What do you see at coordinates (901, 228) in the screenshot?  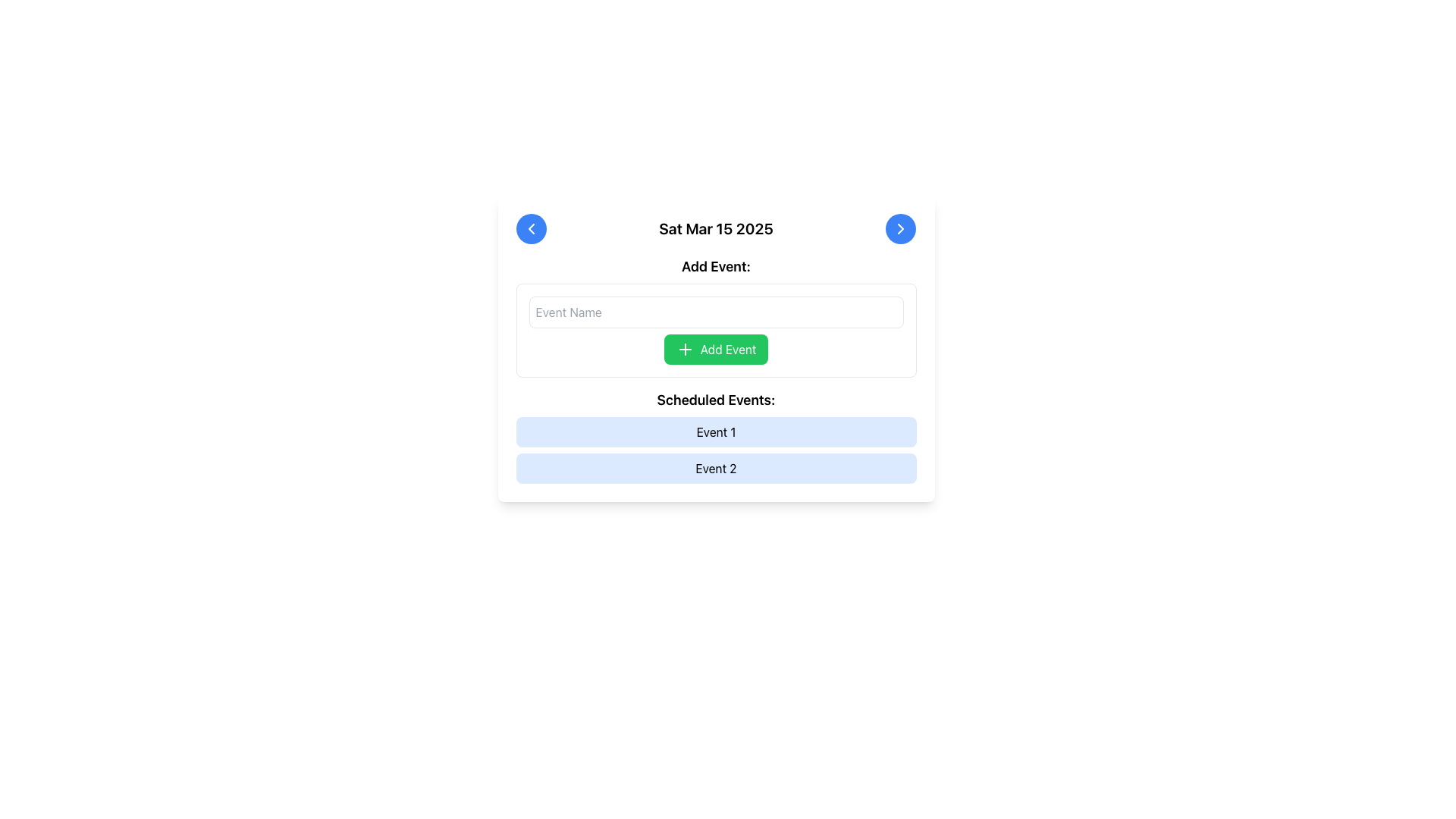 I see `the rightward chevron arrow icon located at the top-right corner of the interface` at bounding box center [901, 228].